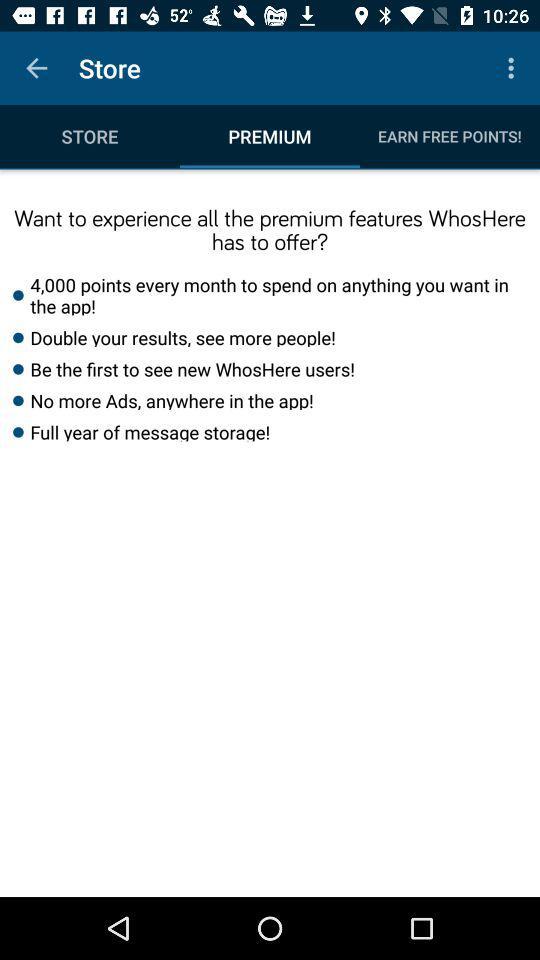 The image size is (540, 960). I want to click on icon above earn free points! icon, so click(513, 68).